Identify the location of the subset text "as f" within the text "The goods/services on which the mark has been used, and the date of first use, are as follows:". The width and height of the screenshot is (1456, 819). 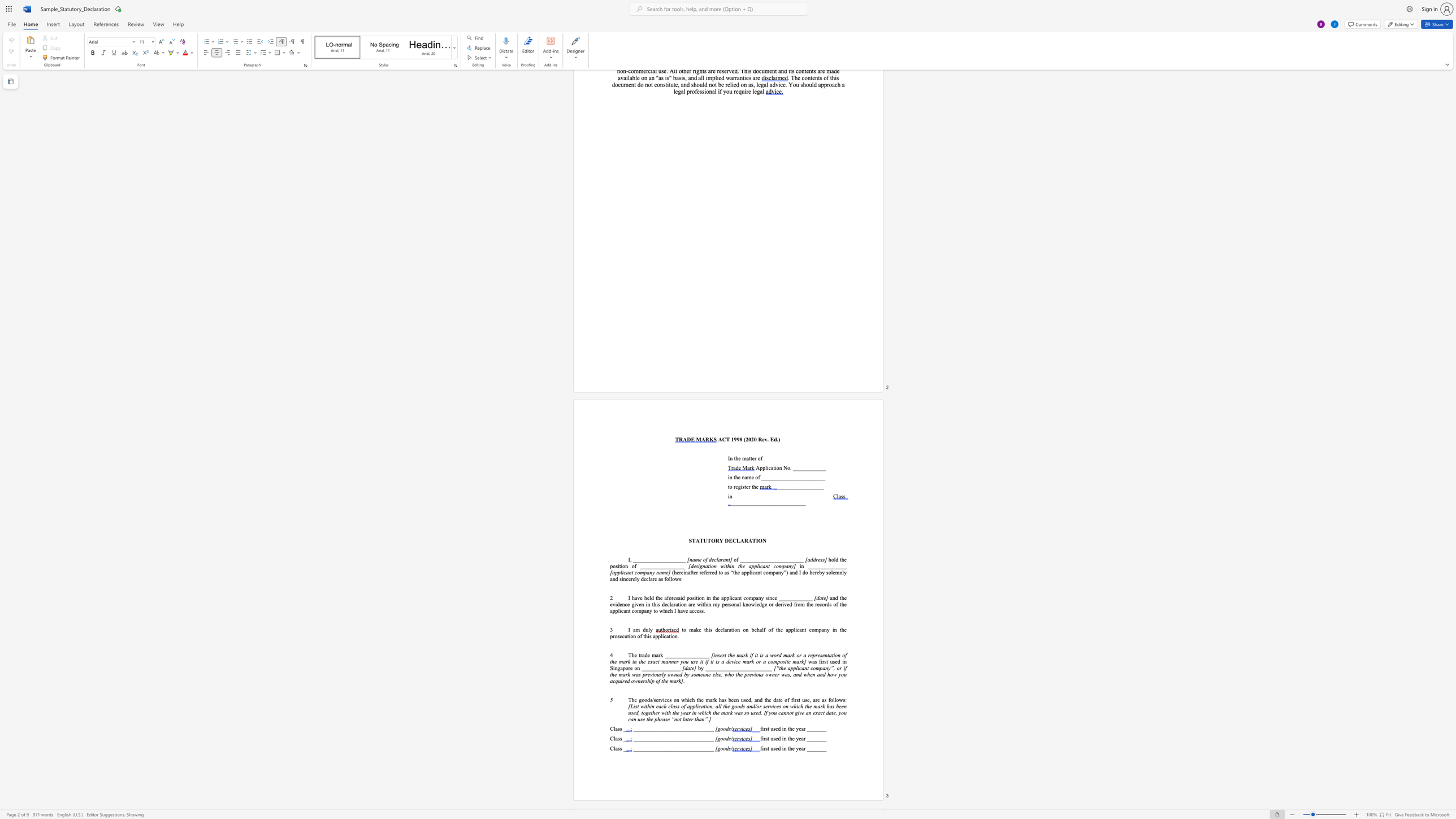
(821, 699).